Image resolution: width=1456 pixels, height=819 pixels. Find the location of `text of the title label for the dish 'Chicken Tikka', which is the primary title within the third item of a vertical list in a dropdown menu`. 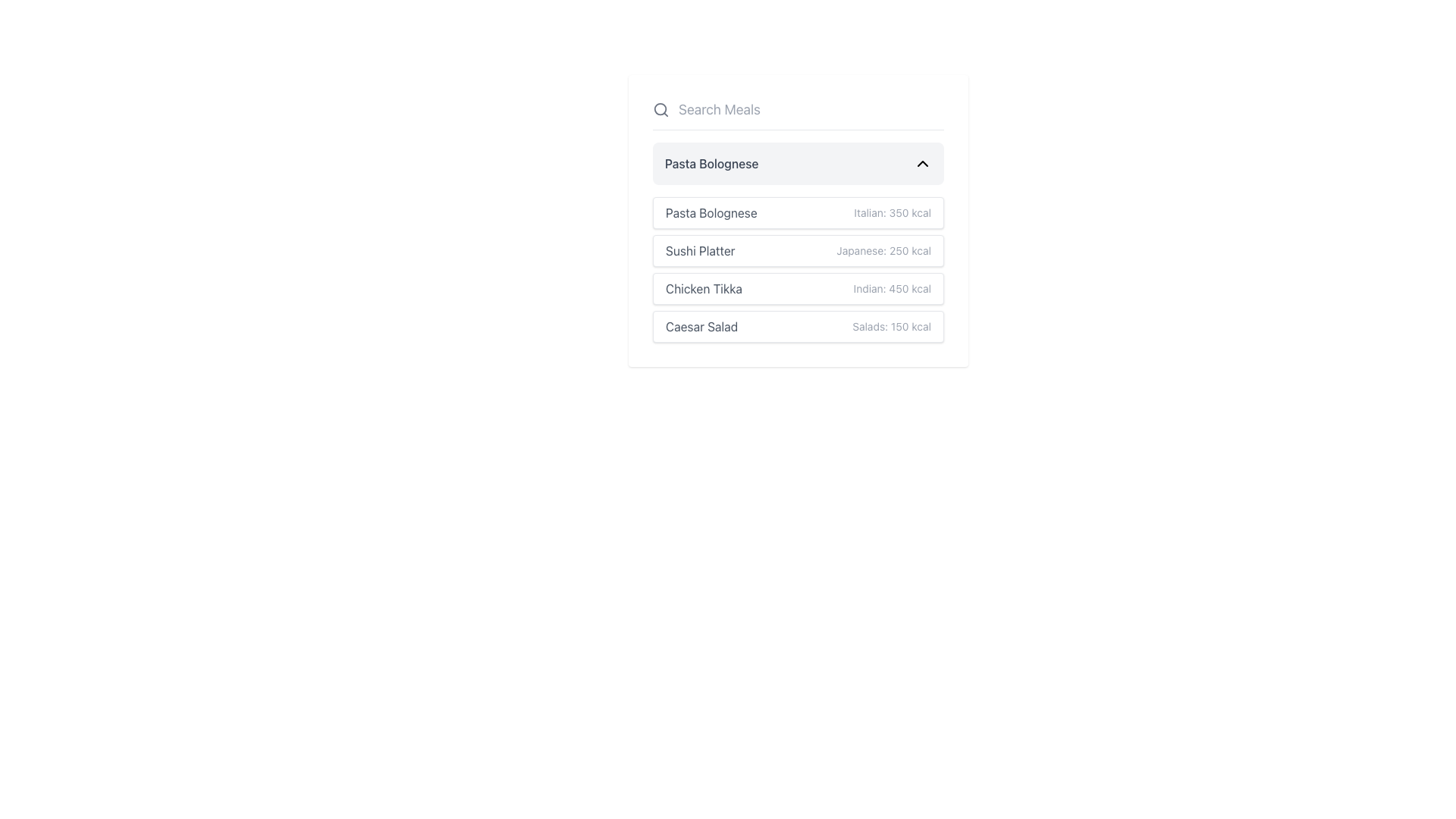

text of the title label for the dish 'Chicken Tikka', which is the primary title within the third item of a vertical list in a dropdown menu is located at coordinates (703, 289).